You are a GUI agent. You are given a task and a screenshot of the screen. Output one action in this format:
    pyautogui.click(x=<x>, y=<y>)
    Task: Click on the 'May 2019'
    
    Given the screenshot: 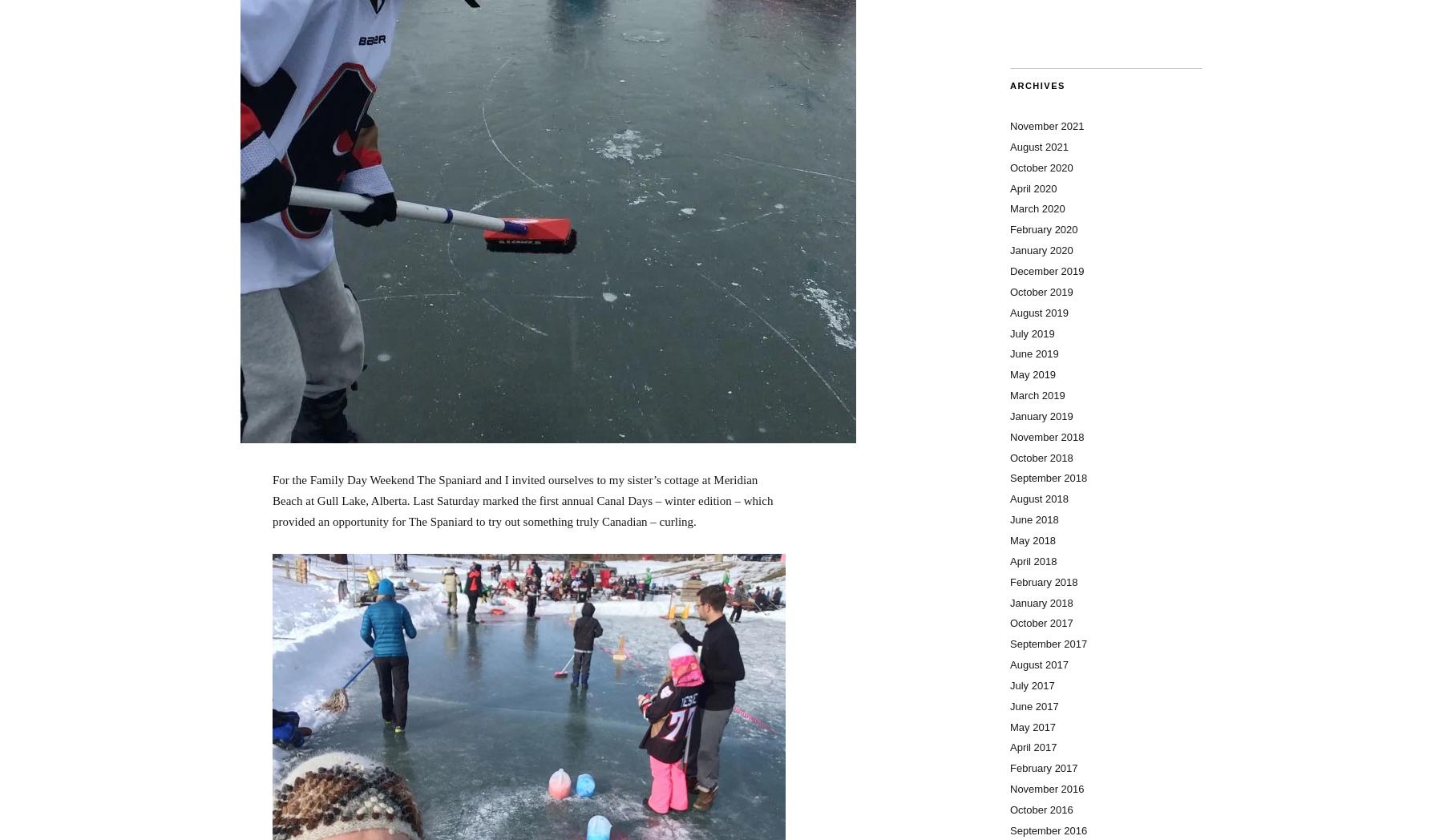 What is the action you would take?
    pyautogui.click(x=1033, y=374)
    